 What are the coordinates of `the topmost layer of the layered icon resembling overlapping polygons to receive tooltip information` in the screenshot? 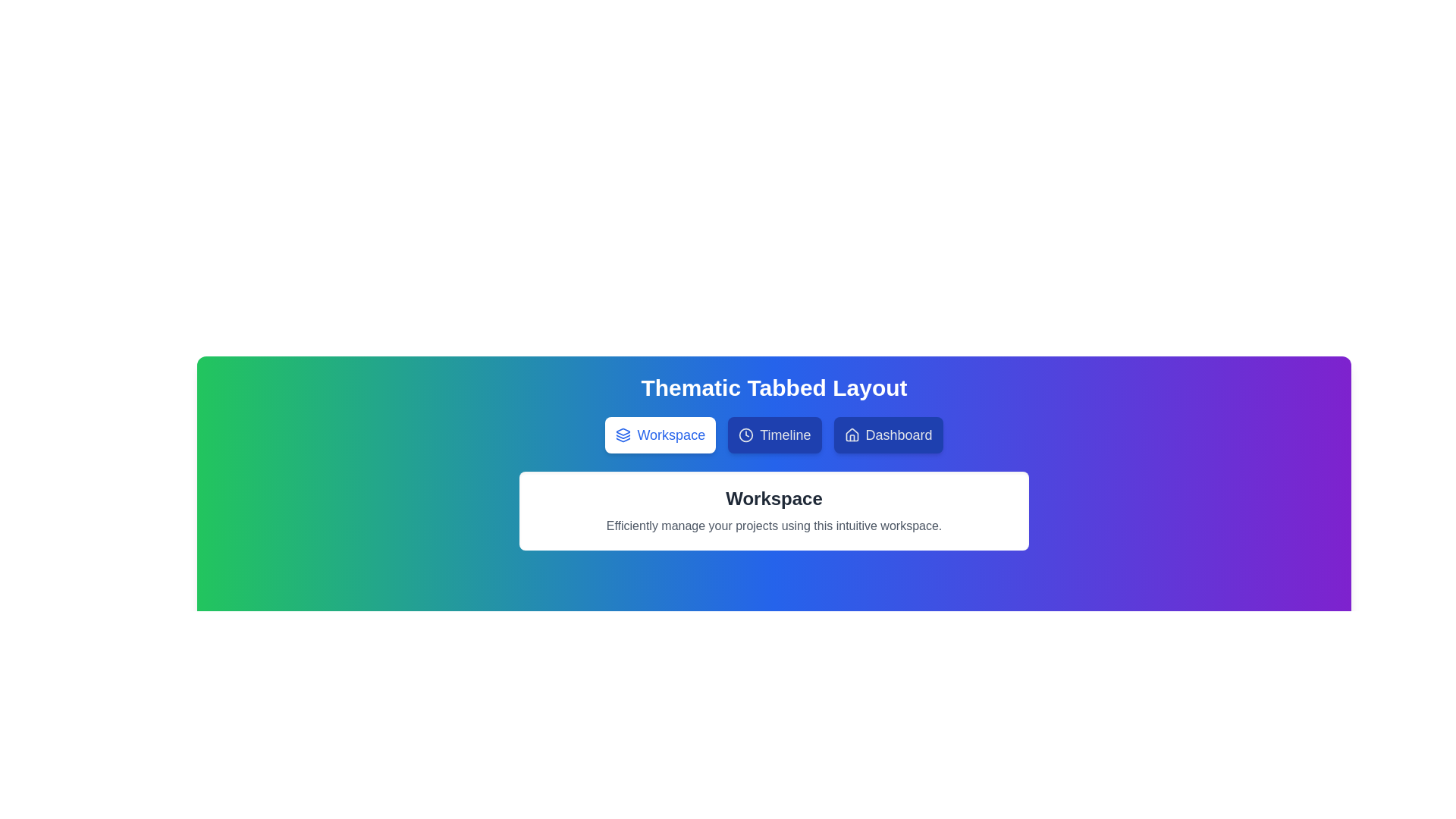 It's located at (623, 431).